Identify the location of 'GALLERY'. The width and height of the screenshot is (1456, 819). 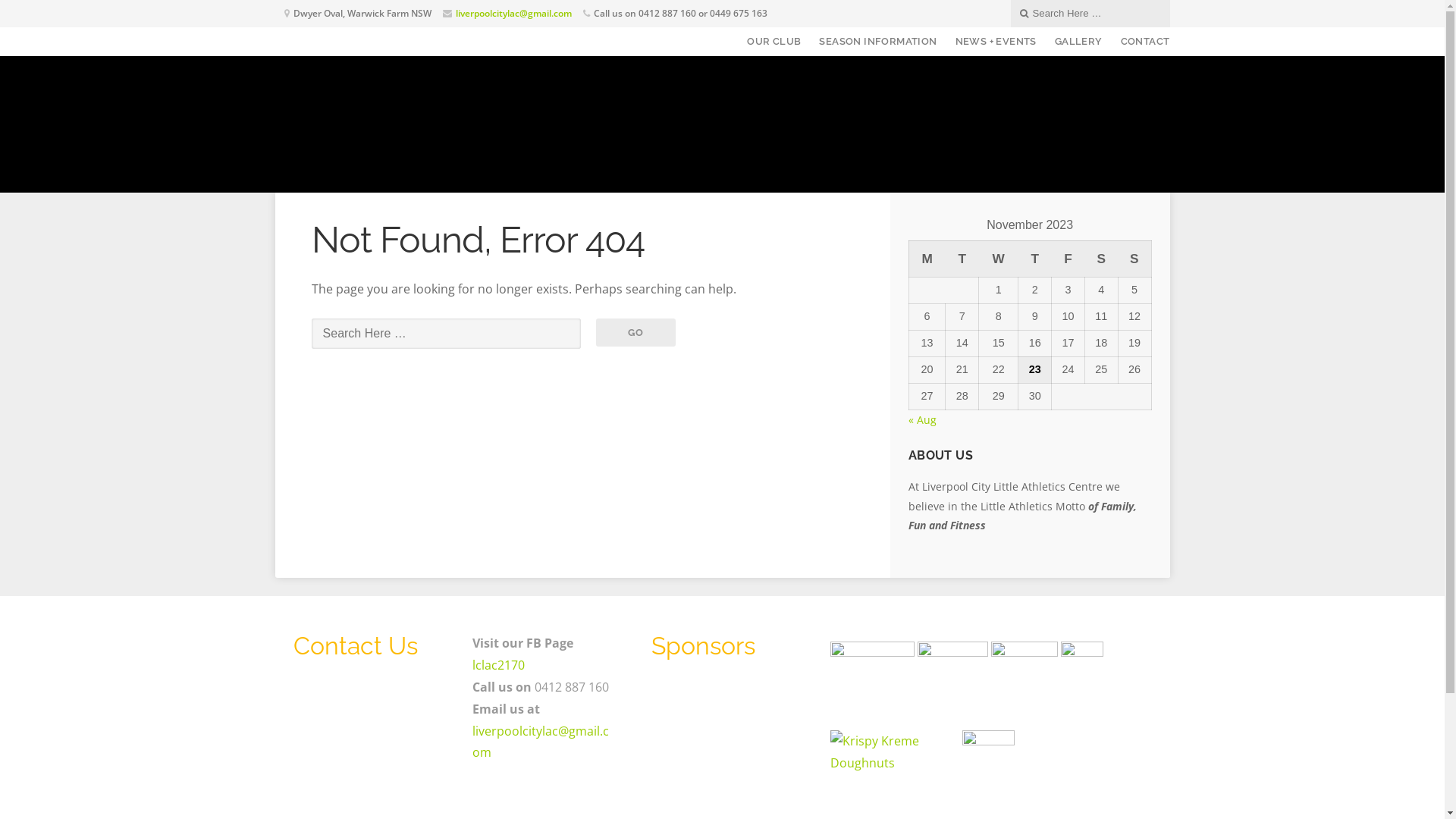
(1078, 40).